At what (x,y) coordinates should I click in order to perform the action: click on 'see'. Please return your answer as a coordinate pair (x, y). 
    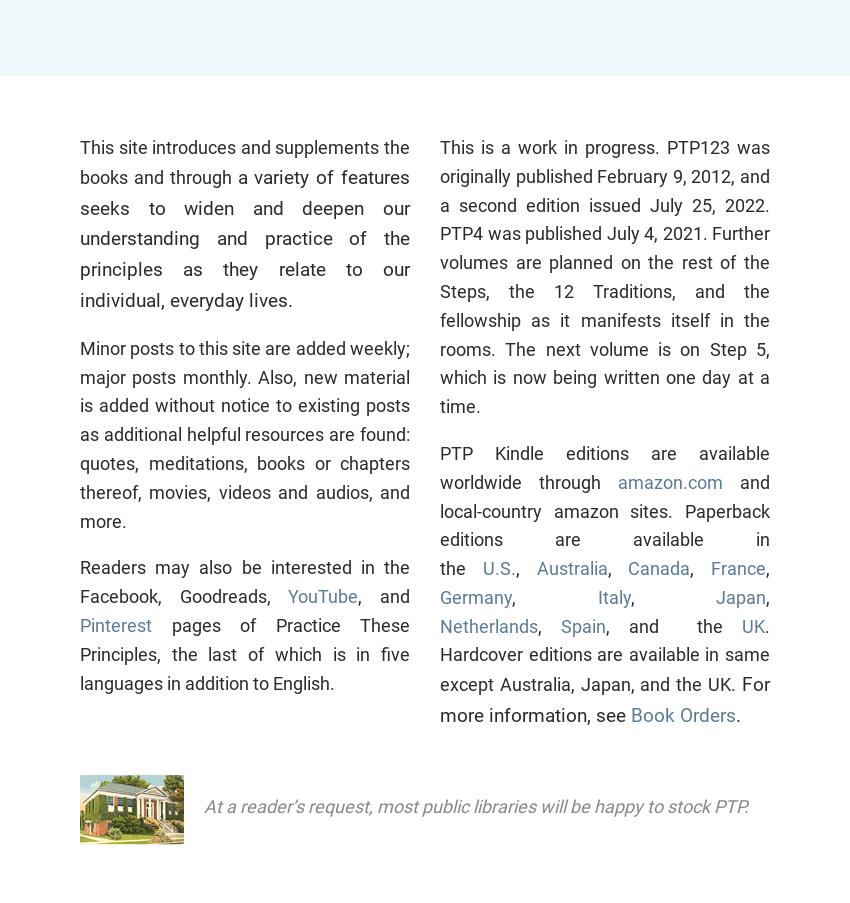
    Looking at the image, I should click on (612, 715).